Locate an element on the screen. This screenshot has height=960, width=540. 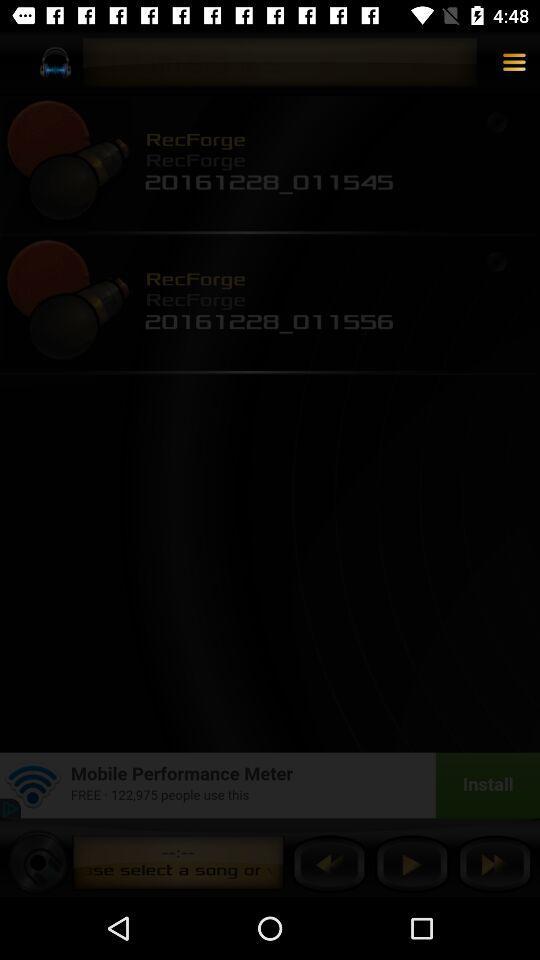
the first image of the page is located at coordinates (67, 162).